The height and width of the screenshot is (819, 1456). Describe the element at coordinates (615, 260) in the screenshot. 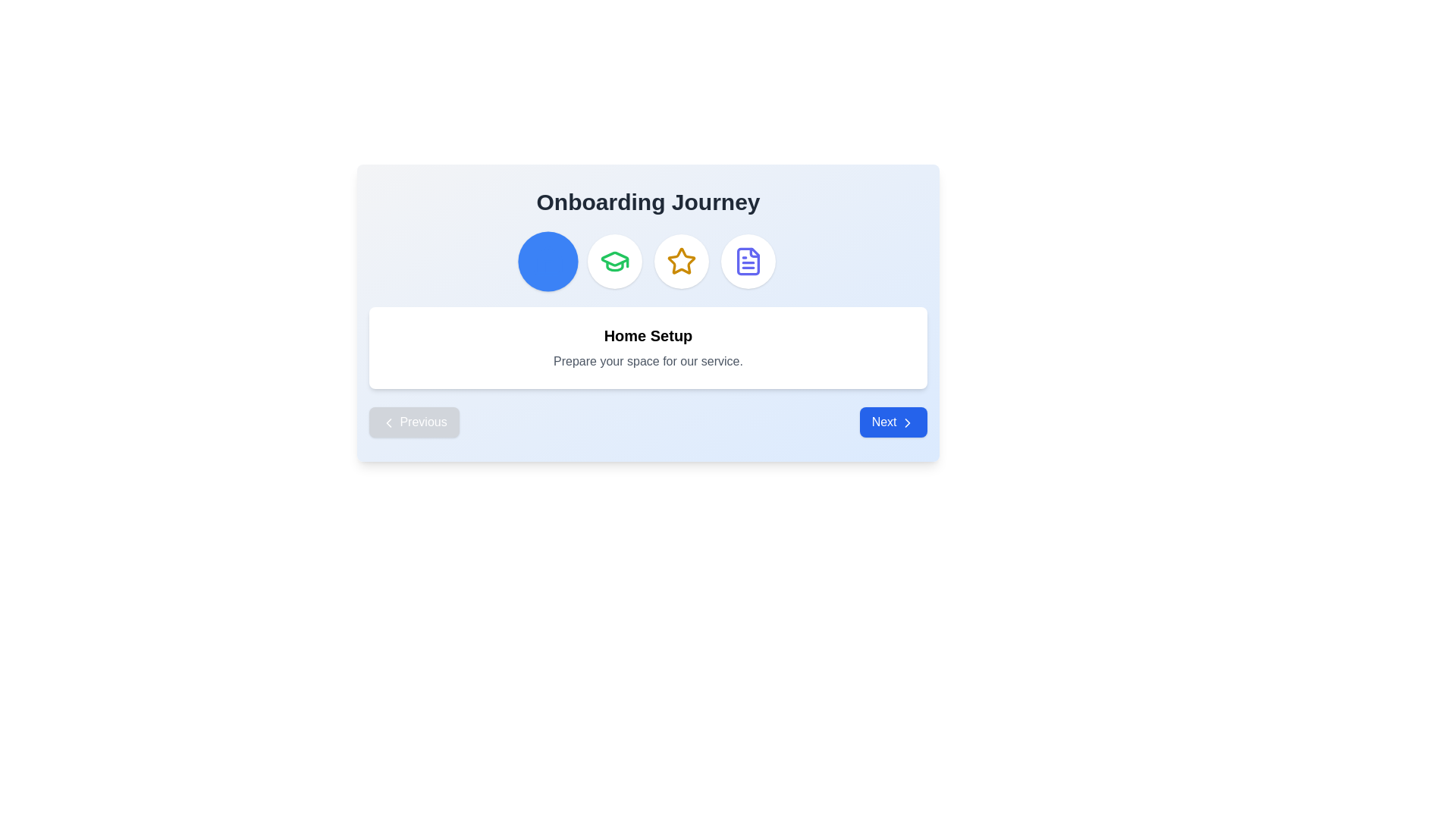

I see `the second icon representing an education or learning-related feature in the onboarding process located at the top center of the interface` at that location.